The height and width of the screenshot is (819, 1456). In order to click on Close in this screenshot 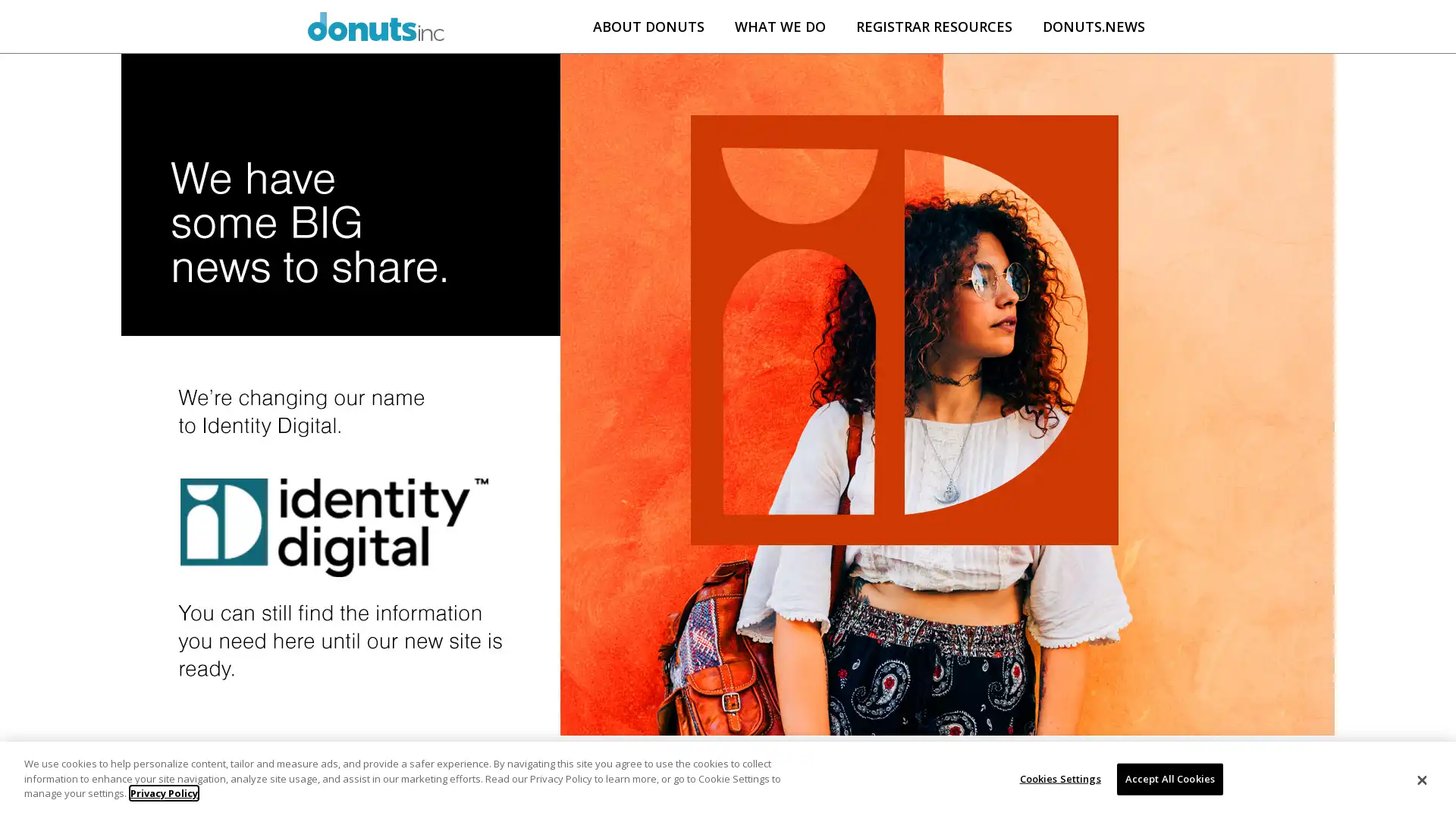, I will do `click(1420, 780)`.